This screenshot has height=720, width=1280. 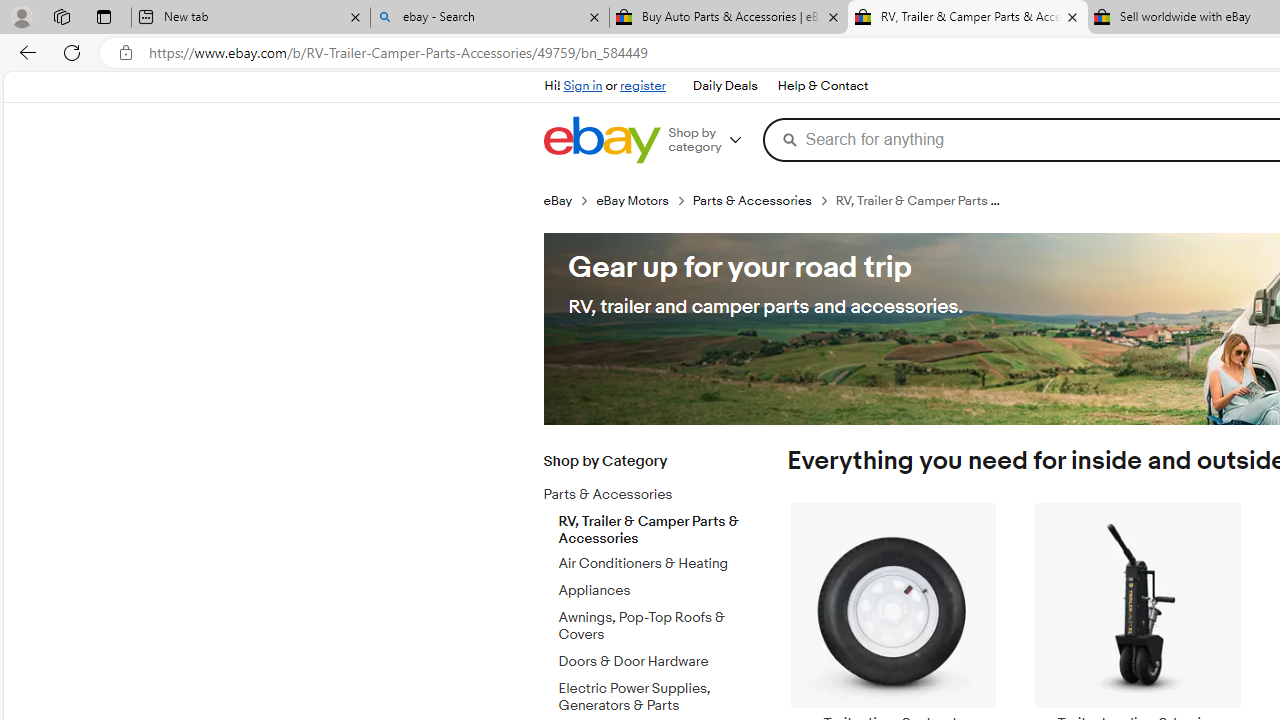 What do you see at coordinates (724, 86) in the screenshot?
I see `'Daily Deals'` at bounding box center [724, 86].